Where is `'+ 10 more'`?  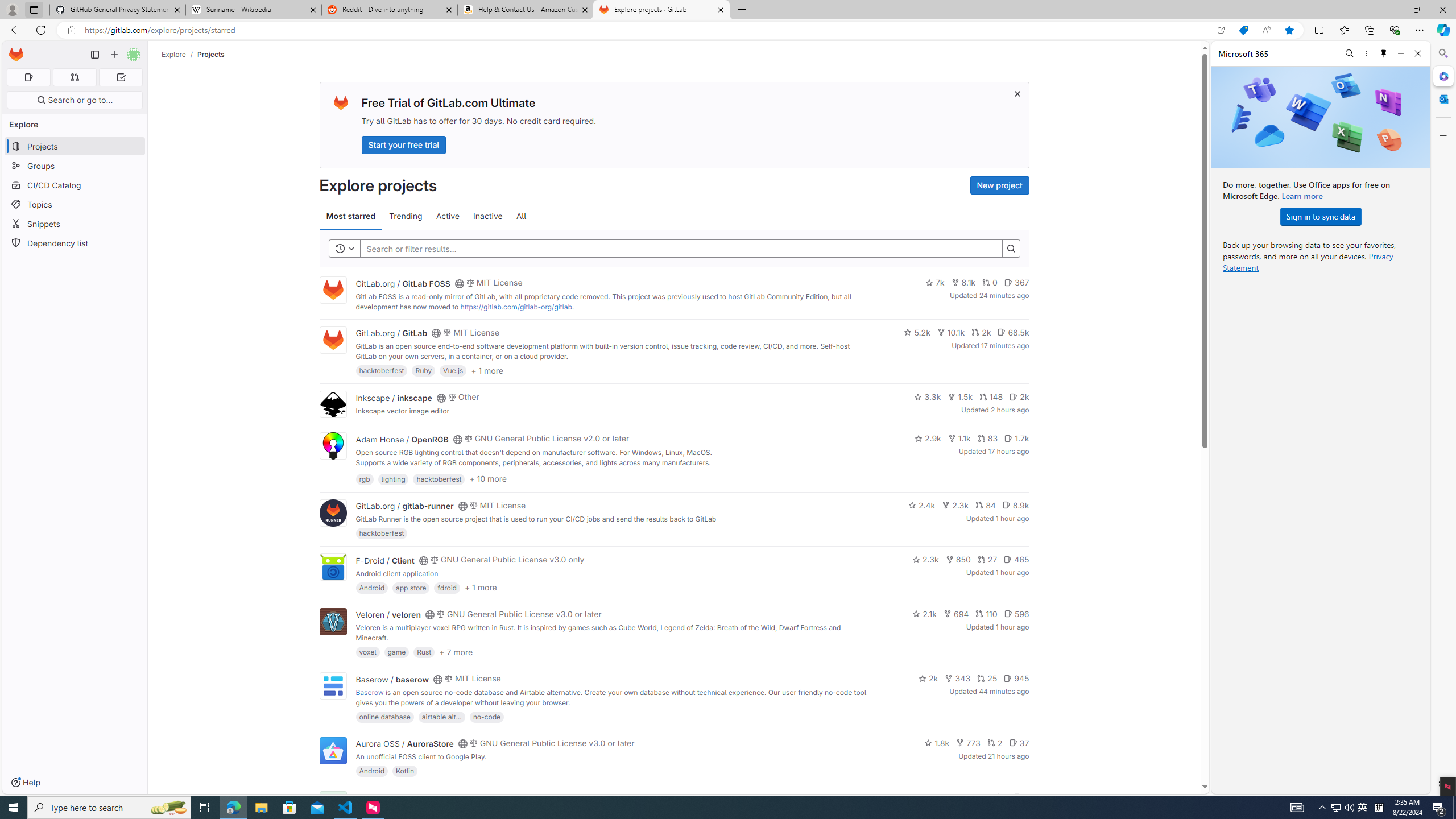
'+ 10 more' is located at coordinates (487, 478).